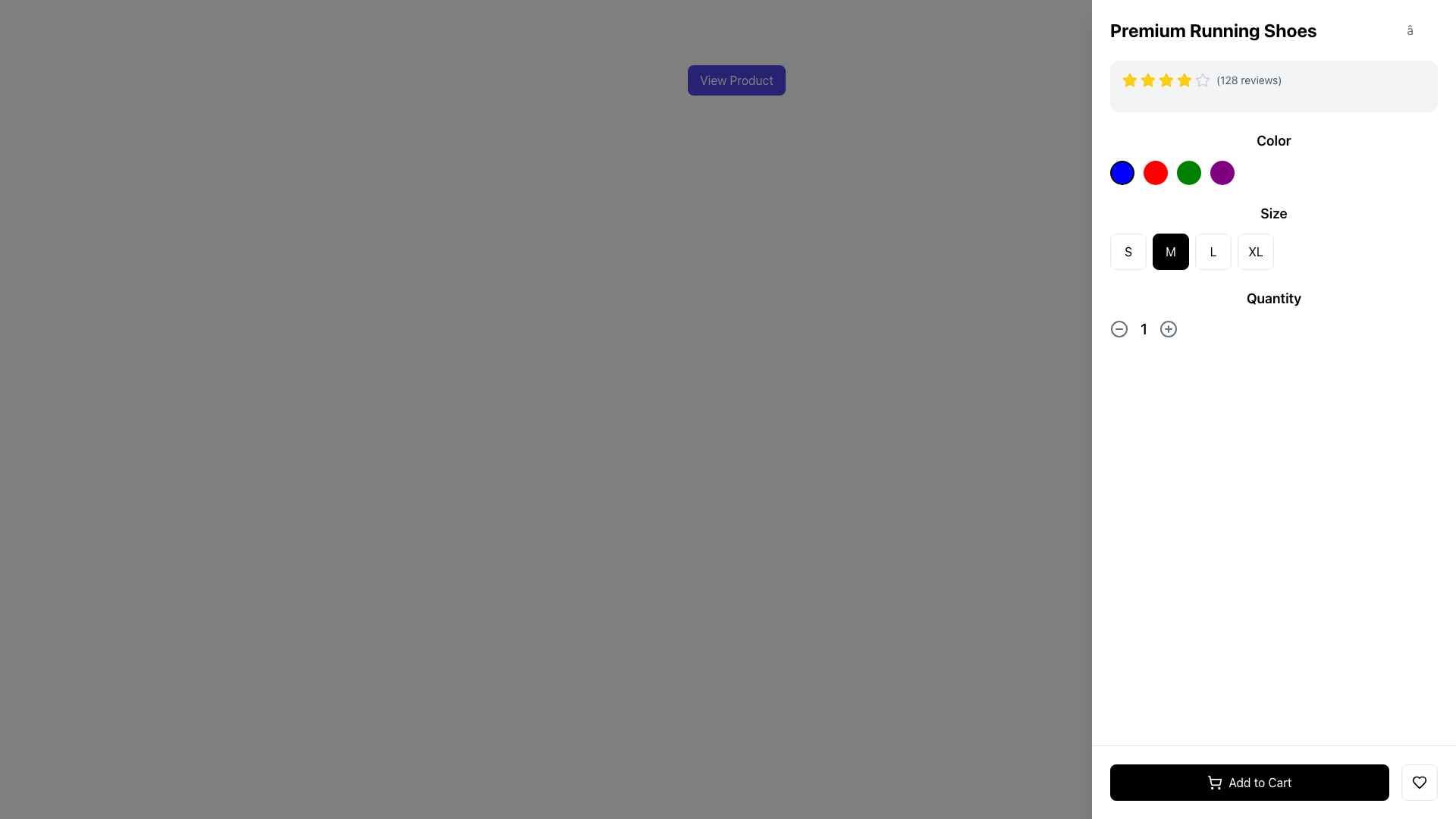 This screenshot has width=1456, height=819. I want to click on the fourth star icon in the rating system for 'Premium Running Shoes' to indicate a selection or evaluation, so click(1201, 80).